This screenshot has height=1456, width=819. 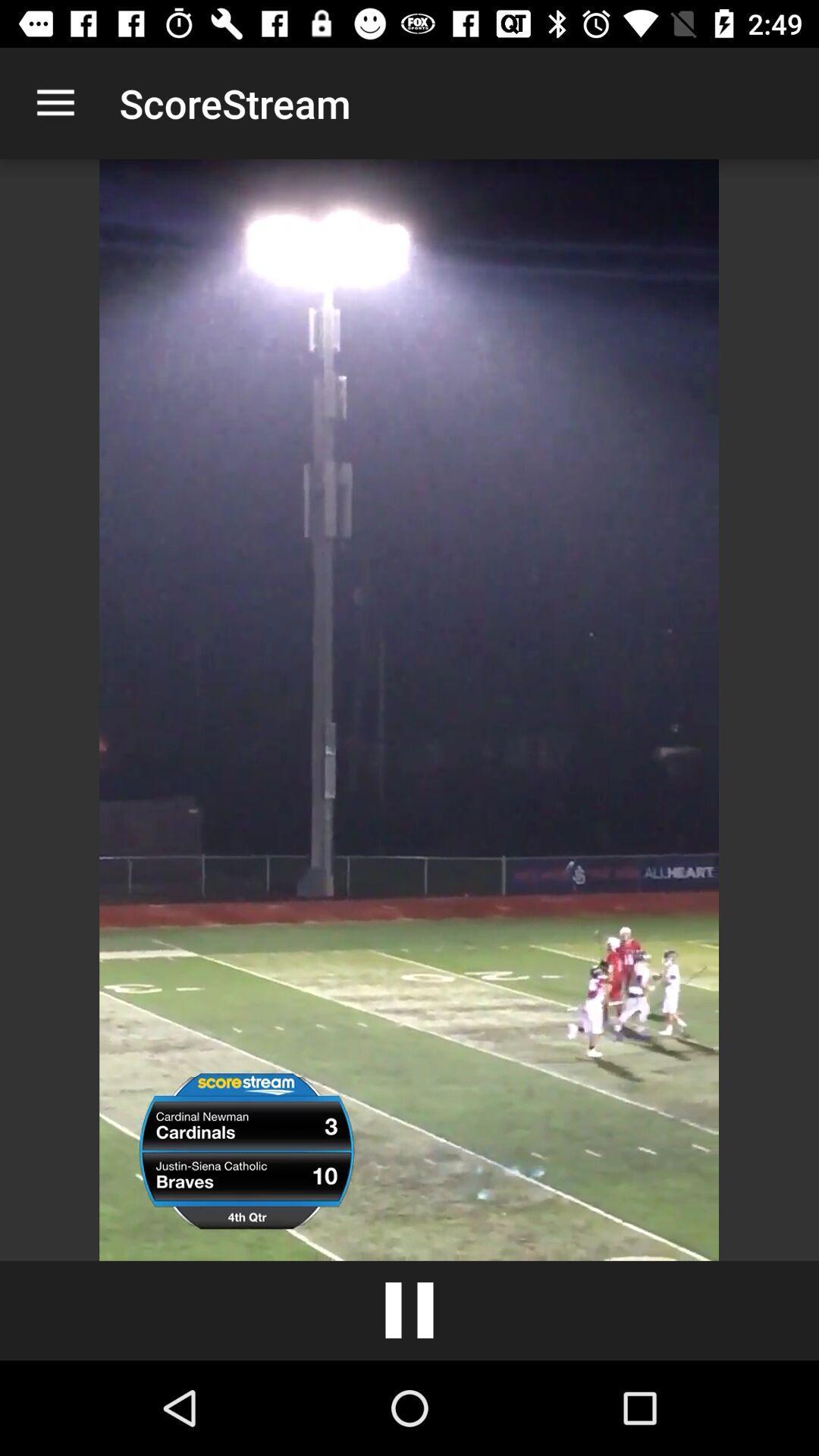 What do you see at coordinates (409, 1310) in the screenshot?
I see `the pause icon` at bounding box center [409, 1310].